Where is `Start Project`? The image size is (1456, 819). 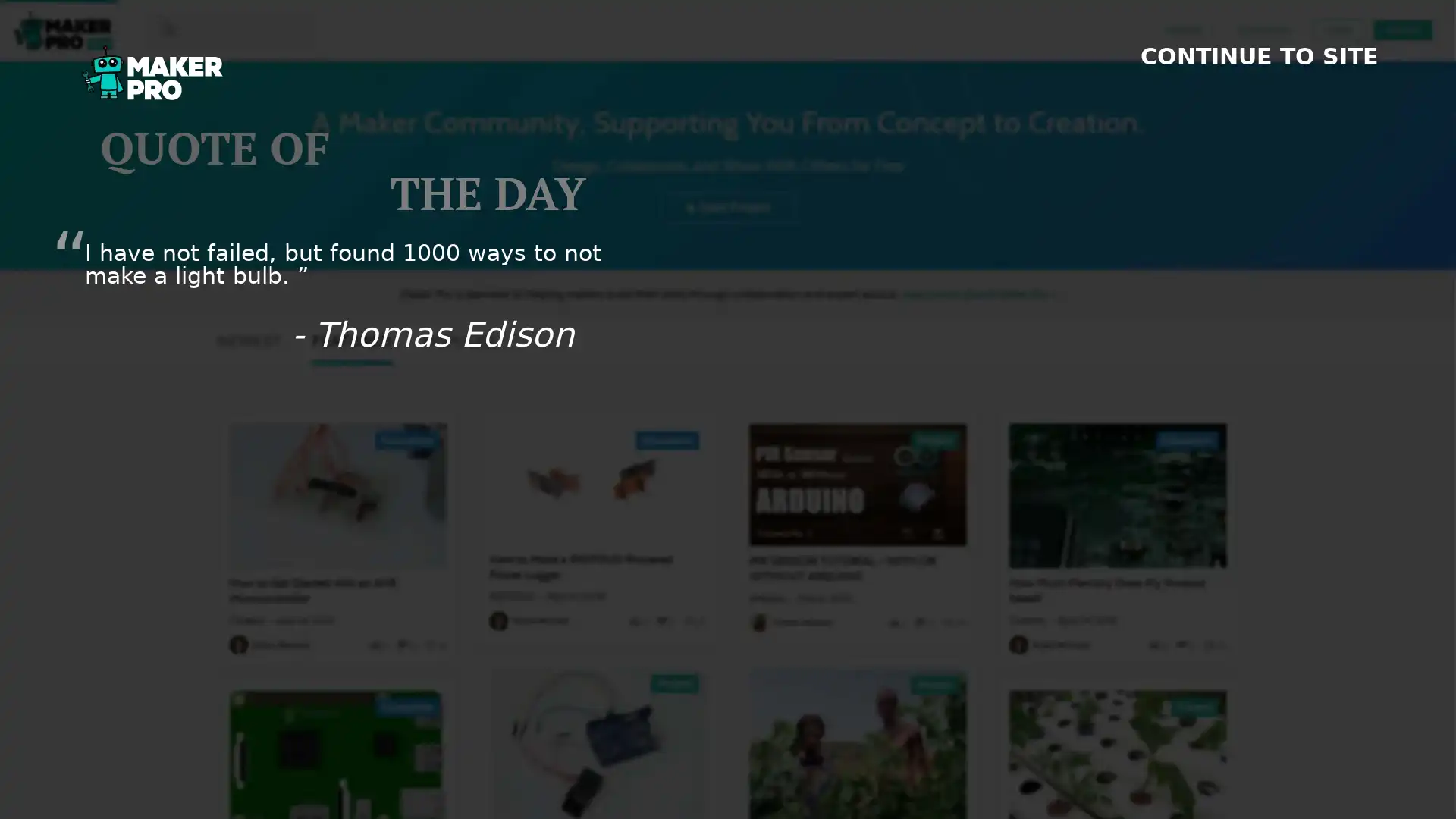 Start Project is located at coordinates (728, 206).